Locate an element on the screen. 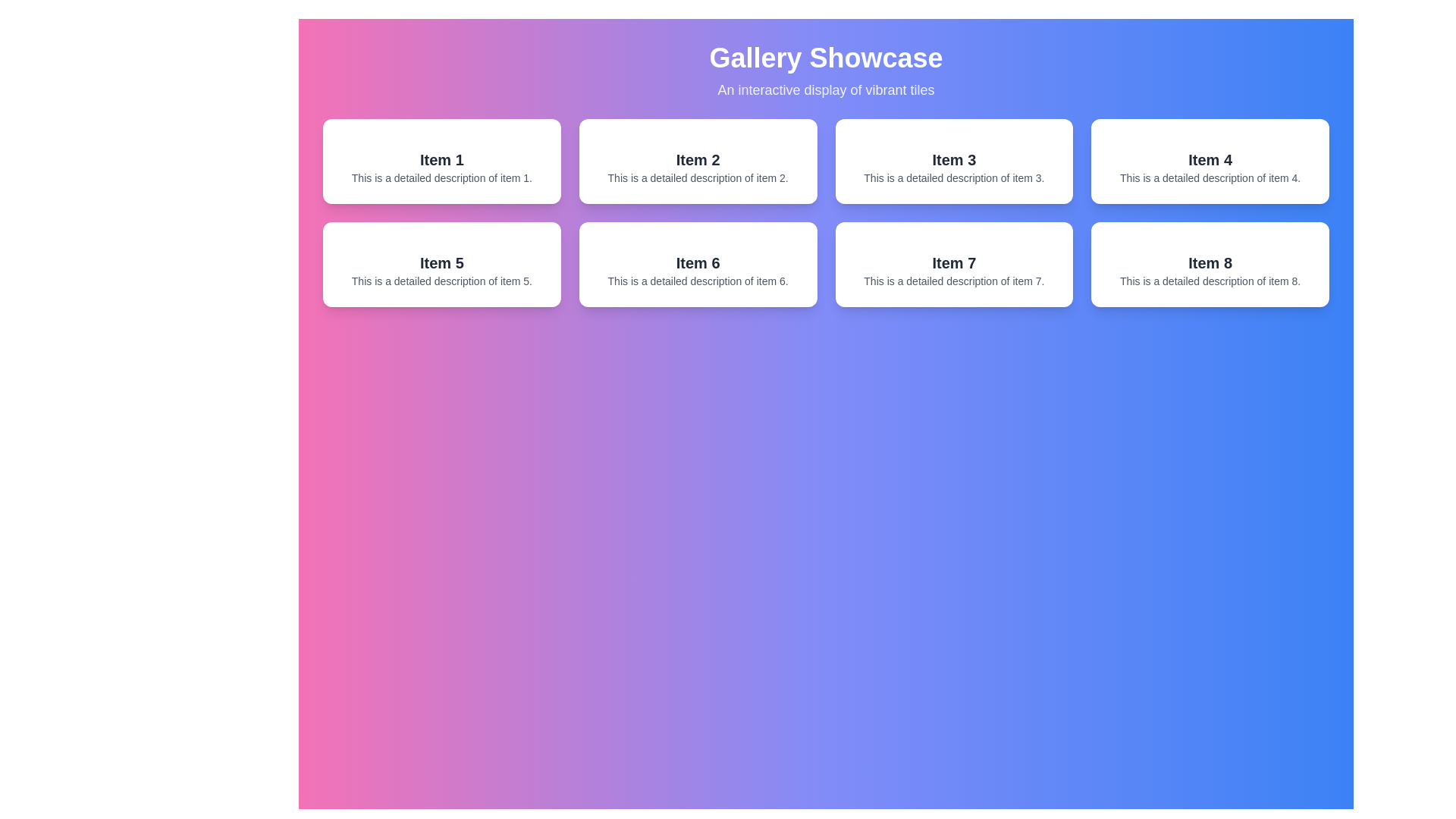 The image size is (1456, 819). text content of the line displaying 'An interactive display of vibrant tiles', which is styled in a medium-sized sans-serif font and is centrally aligned beneath the heading 'Gallery Showcase' is located at coordinates (825, 90).